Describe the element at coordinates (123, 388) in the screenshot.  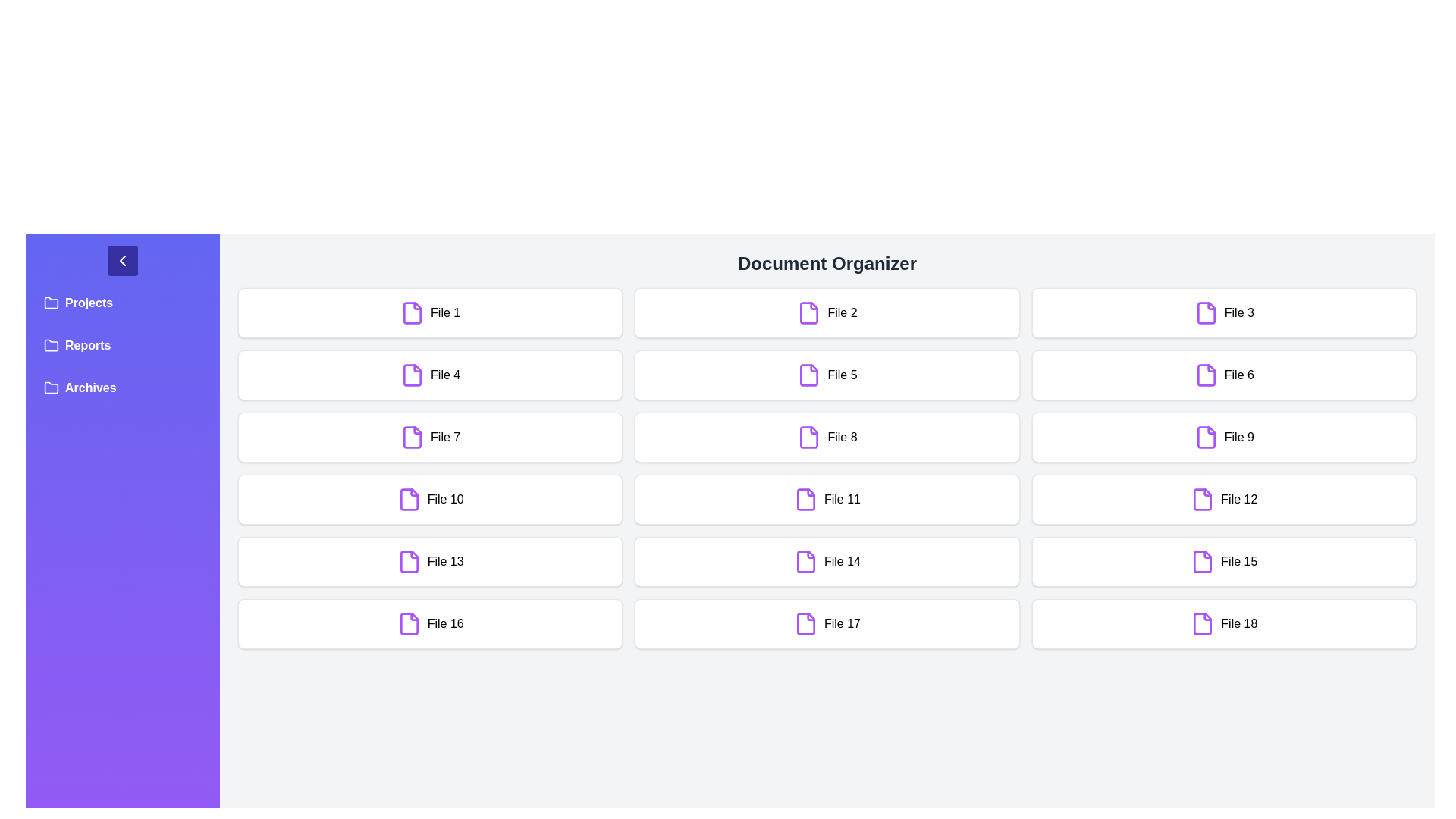
I see `the folder labeled Archives in the sidebar to open it` at that location.